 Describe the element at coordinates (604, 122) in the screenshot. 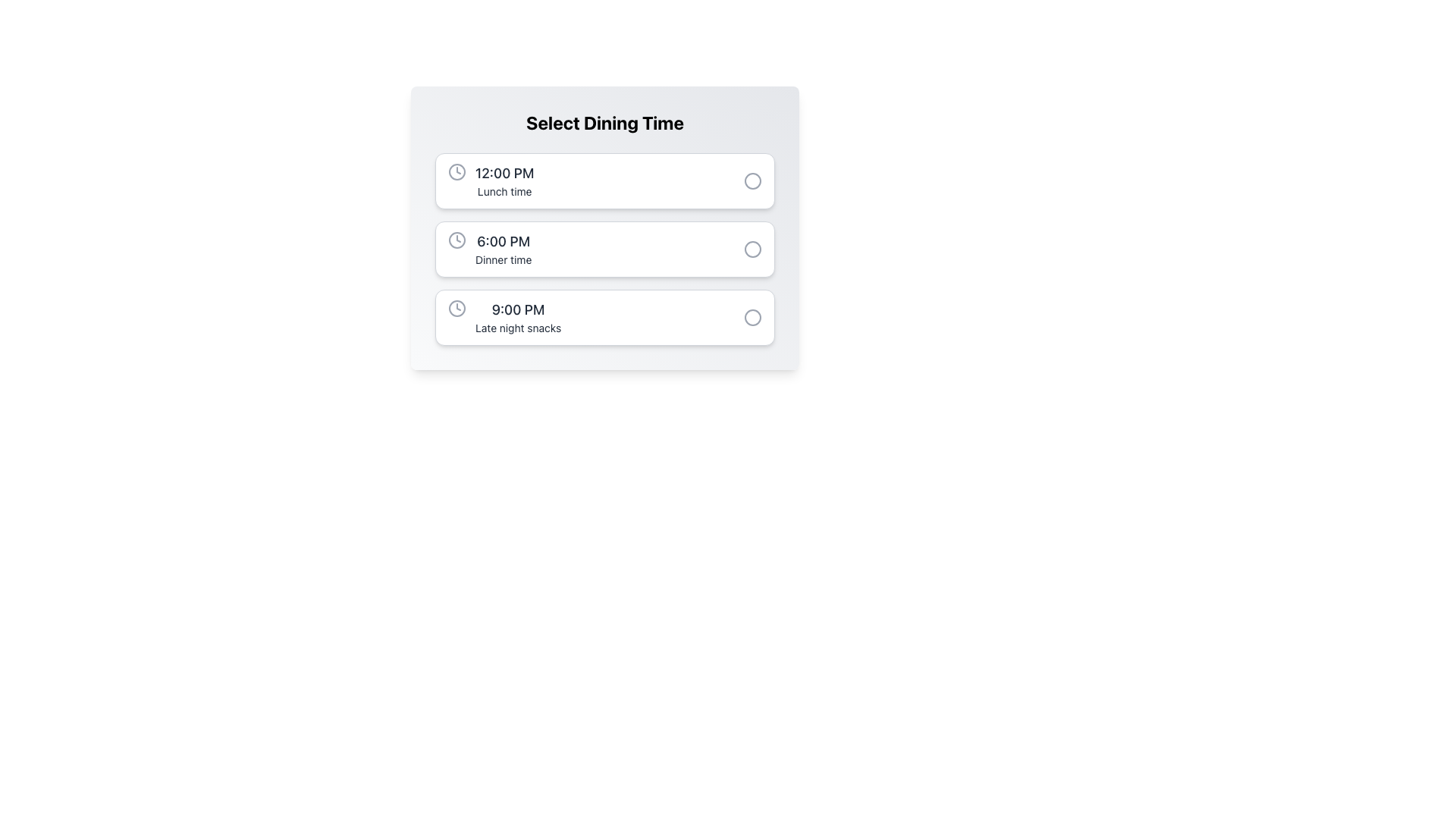

I see `the bold heading 'Select Dining Time' which is styled with large, centered text and is located at the top of a card-like section` at that location.